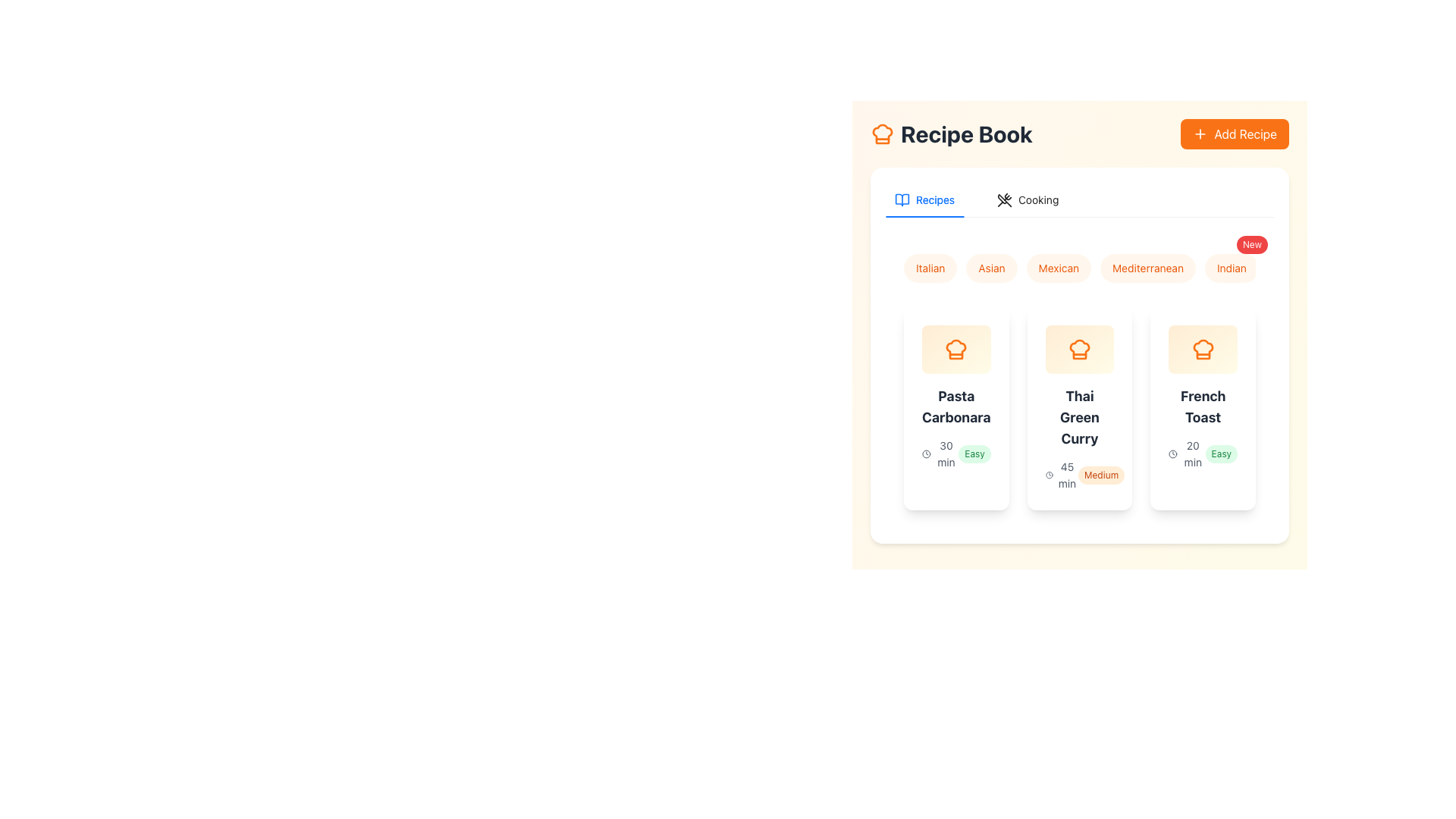 The height and width of the screenshot is (819, 1456). I want to click on the 'Recipes' tab located in the tab navigation bar beneath the 'Recipe Book' heading, so click(924, 199).